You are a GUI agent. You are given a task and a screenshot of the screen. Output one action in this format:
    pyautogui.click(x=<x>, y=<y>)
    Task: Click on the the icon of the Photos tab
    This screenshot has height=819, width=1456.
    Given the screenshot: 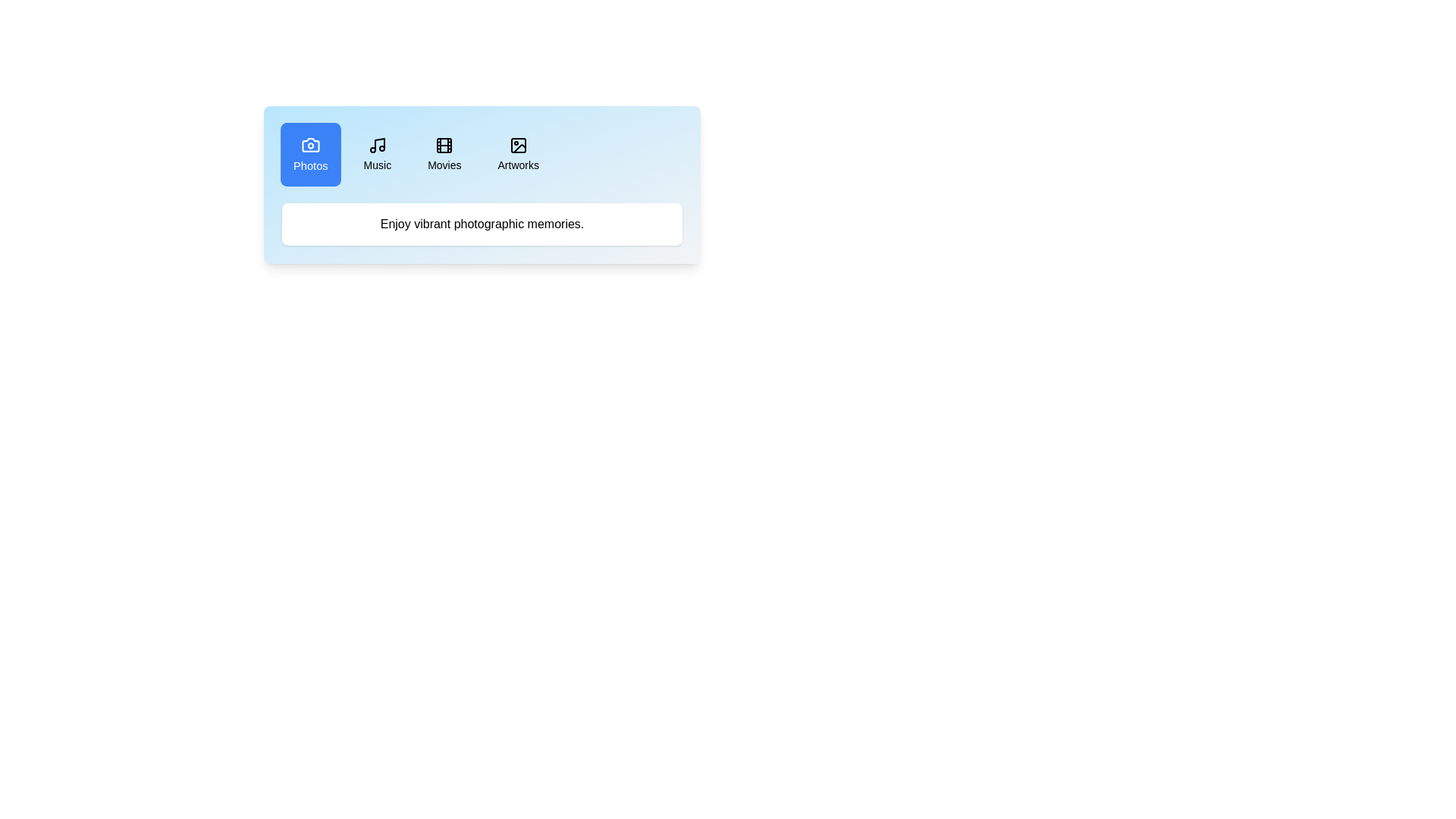 What is the action you would take?
    pyautogui.click(x=309, y=145)
    